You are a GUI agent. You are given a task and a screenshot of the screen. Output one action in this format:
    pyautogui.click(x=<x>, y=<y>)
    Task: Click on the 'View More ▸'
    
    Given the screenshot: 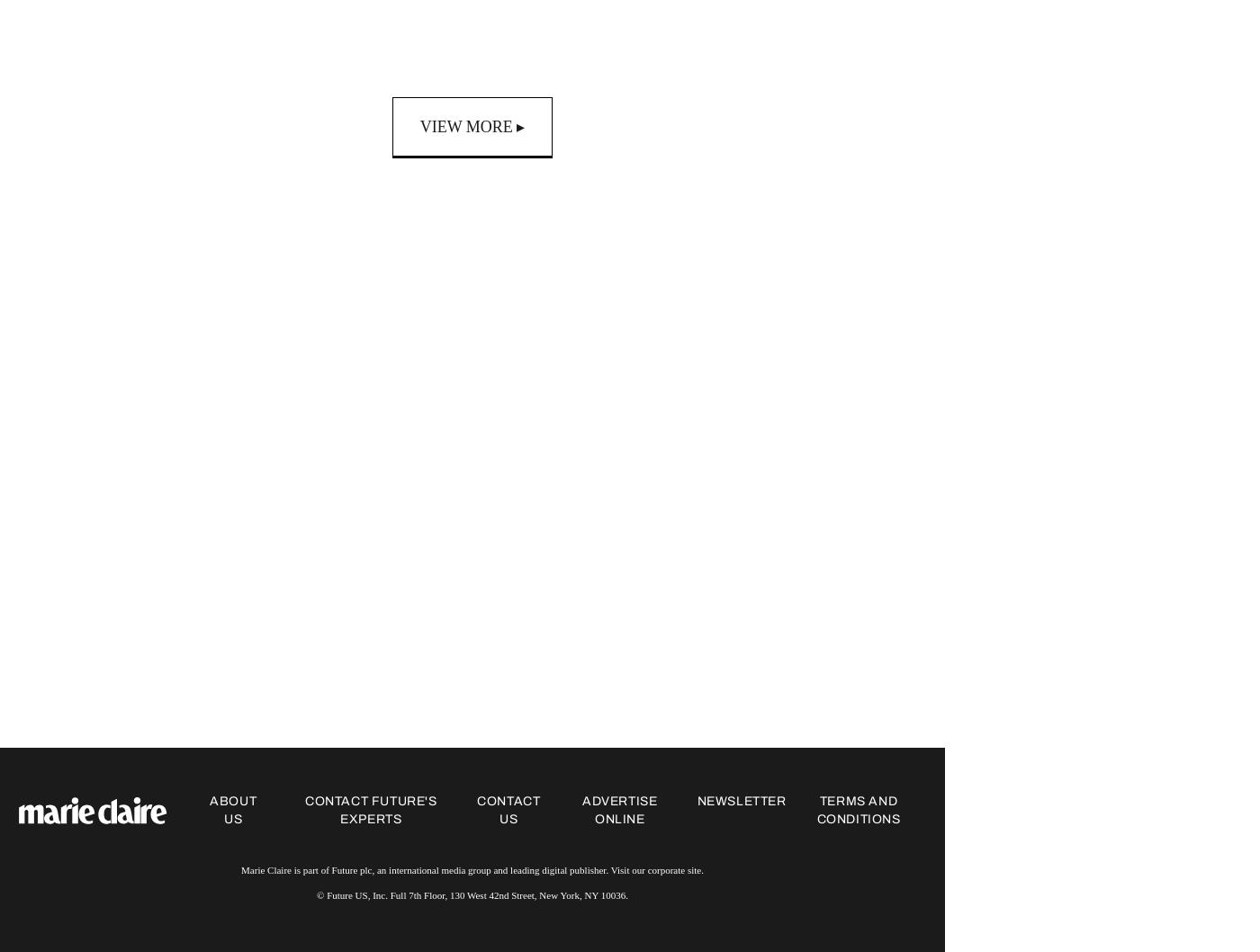 What is the action you would take?
    pyautogui.click(x=472, y=126)
    